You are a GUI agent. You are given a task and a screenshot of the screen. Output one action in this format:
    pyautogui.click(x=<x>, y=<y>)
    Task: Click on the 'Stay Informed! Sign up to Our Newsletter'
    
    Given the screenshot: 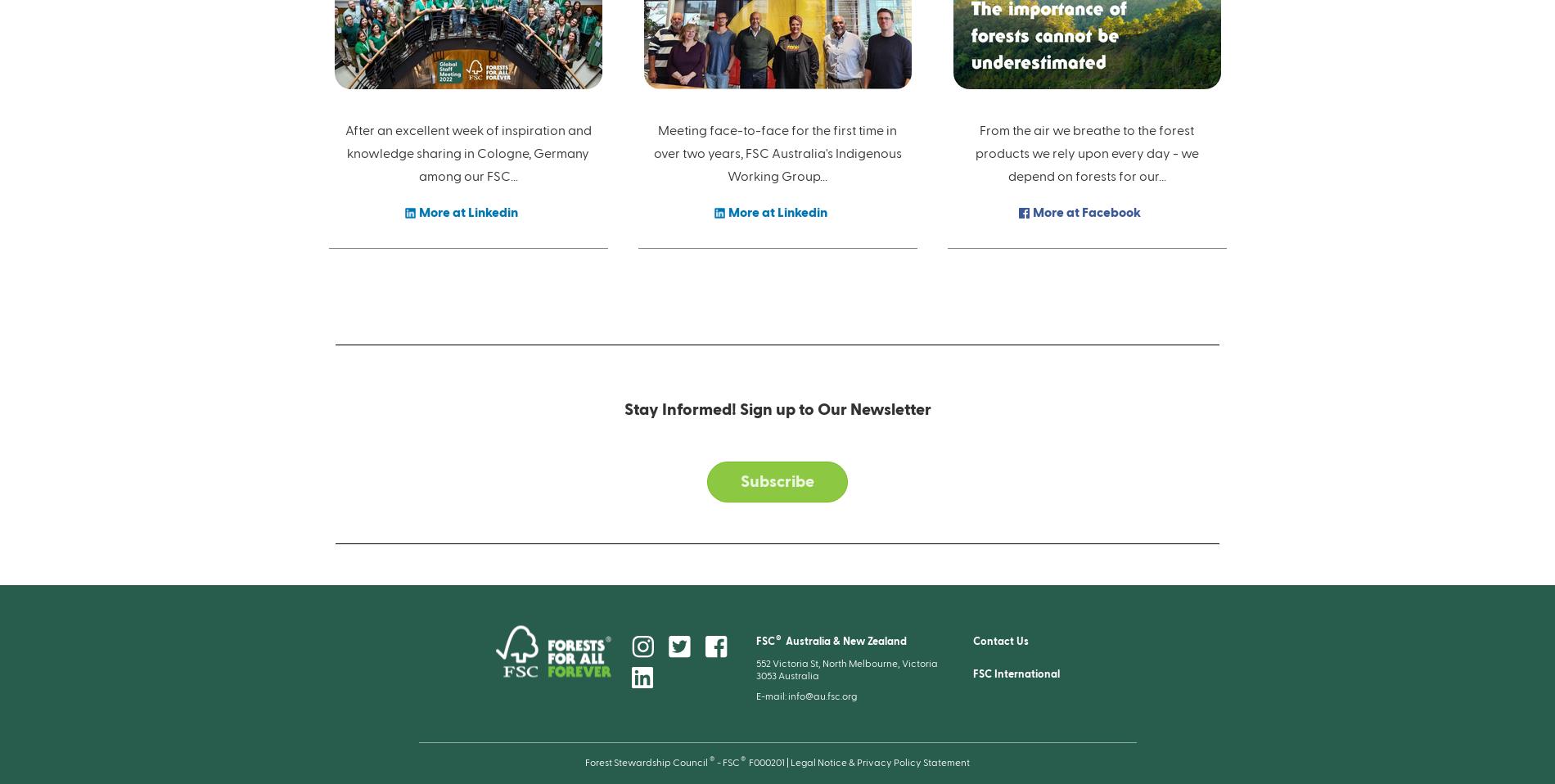 What is the action you would take?
    pyautogui.click(x=776, y=408)
    